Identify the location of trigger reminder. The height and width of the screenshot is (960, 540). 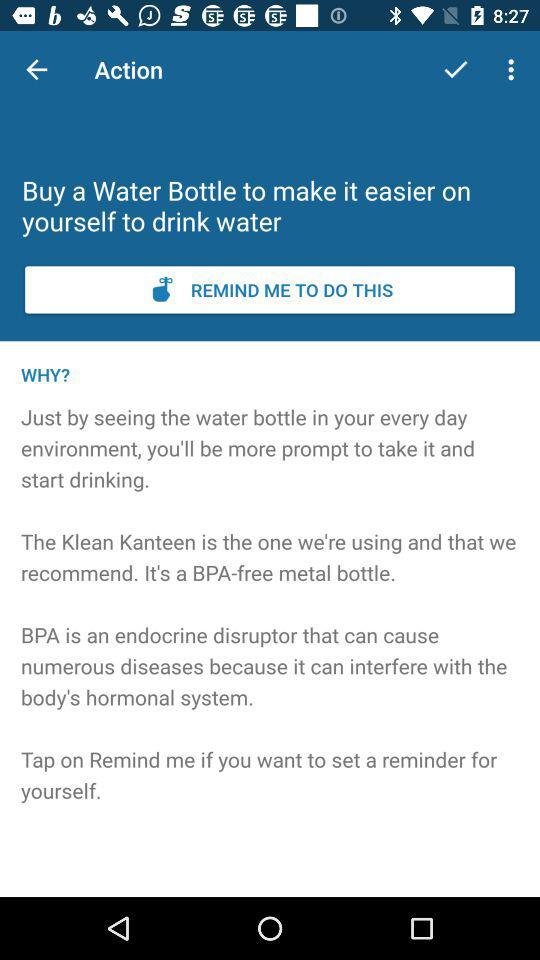
(270, 288).